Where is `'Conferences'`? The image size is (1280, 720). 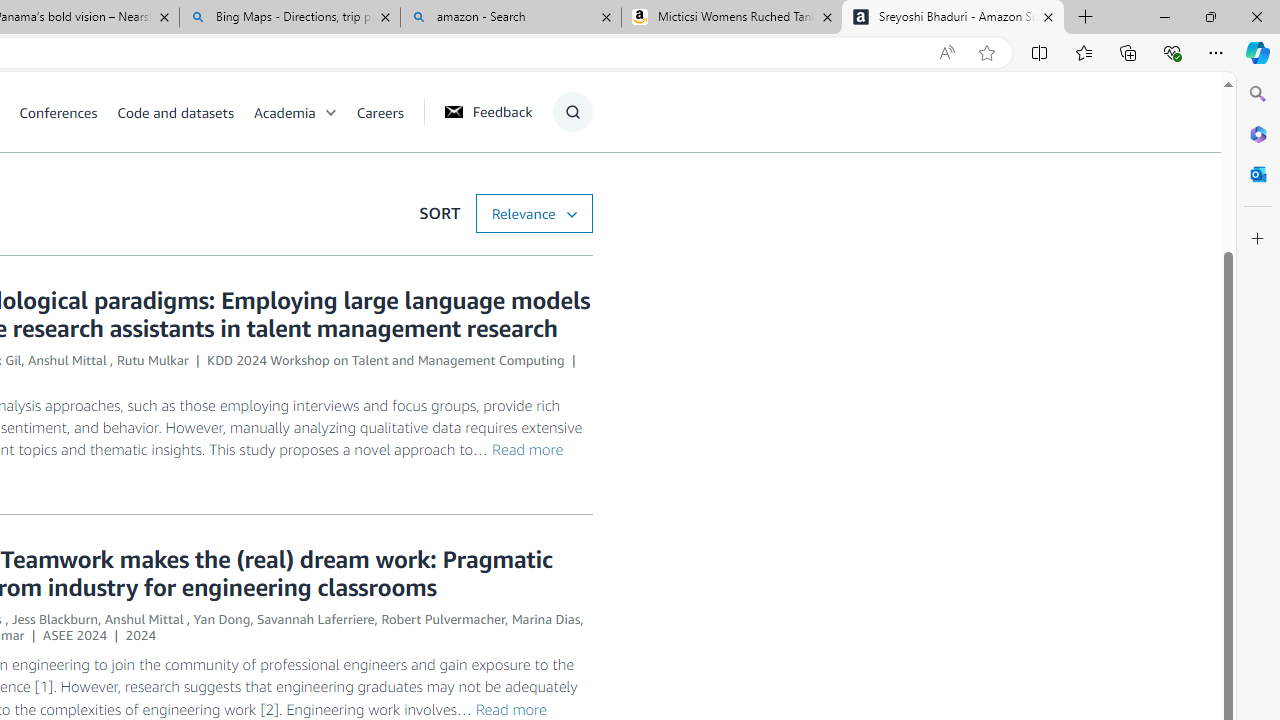 'Conferences' is located at coordinates (68, 111).